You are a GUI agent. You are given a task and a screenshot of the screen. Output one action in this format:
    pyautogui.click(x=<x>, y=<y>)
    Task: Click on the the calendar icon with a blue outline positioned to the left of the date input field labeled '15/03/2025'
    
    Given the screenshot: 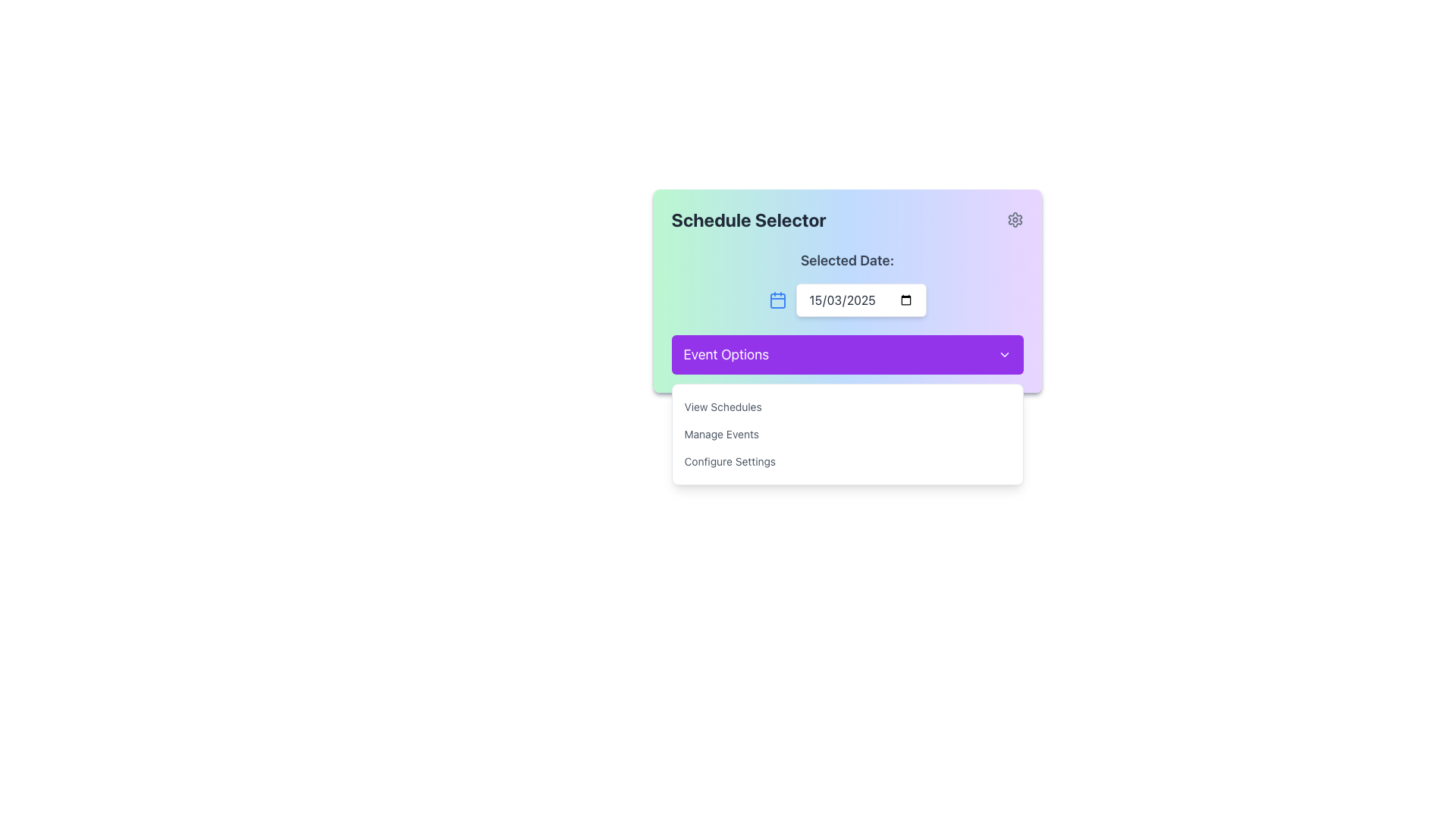 What is the action you would take?
    pyautogui.click(x=777, y=300)
    